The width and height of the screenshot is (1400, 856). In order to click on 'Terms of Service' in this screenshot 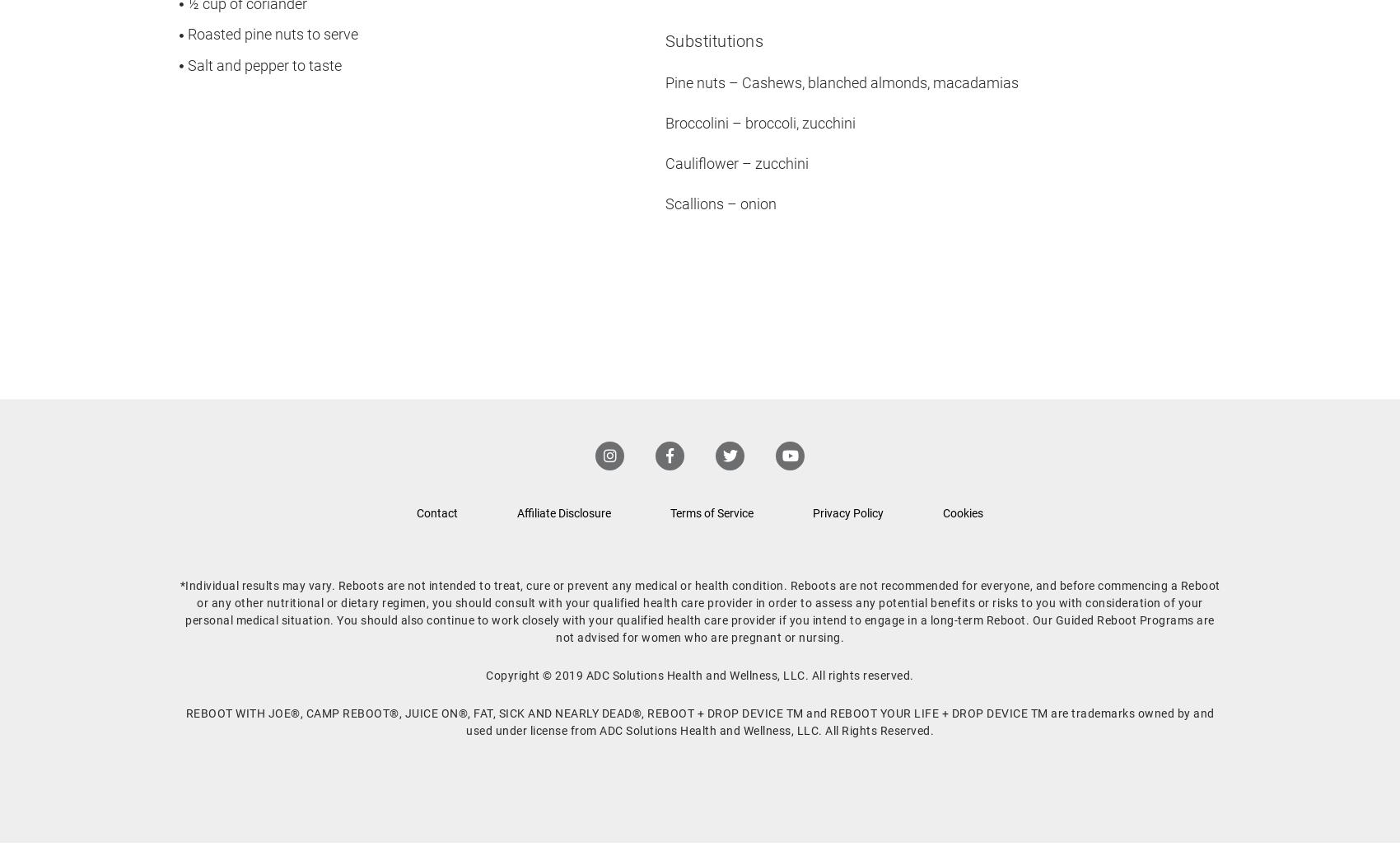, I will do `click(712, 512)`.